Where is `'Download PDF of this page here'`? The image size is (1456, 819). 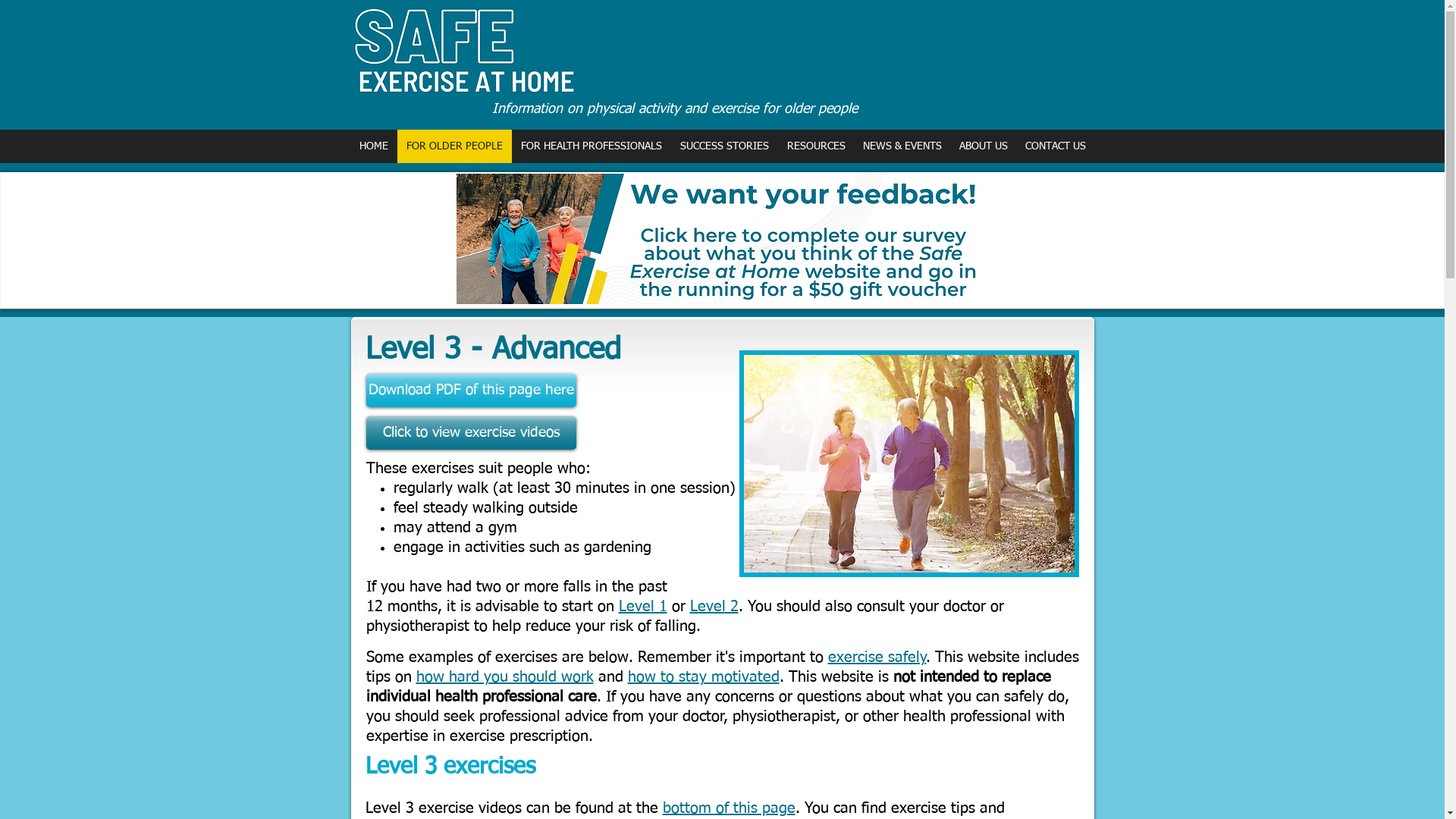 'Download PDF of this page here' is located at coordinates (365, 390).